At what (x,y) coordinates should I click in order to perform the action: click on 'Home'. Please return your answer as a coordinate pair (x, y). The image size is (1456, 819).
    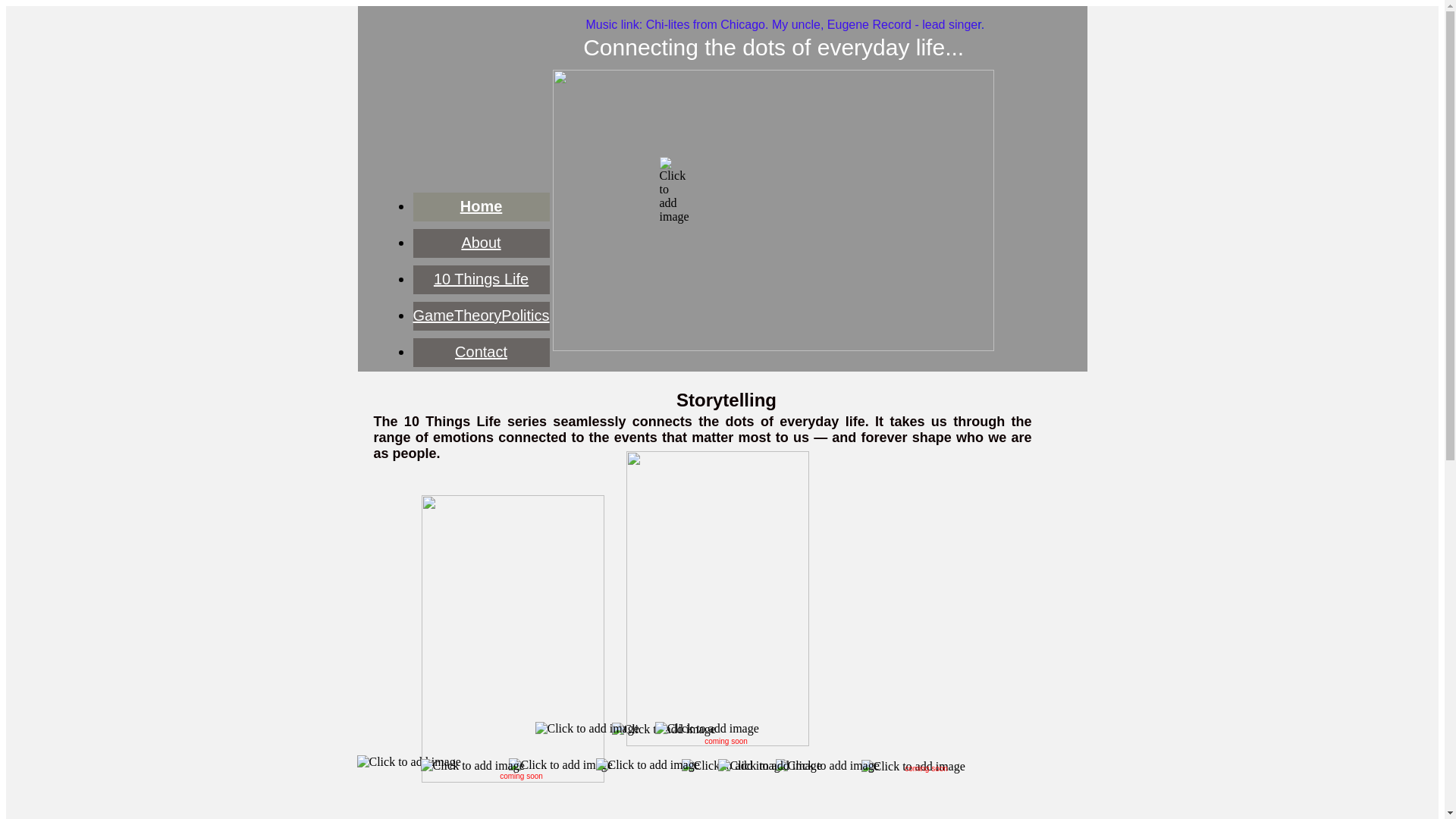
    Looking at the image, I should click on (480, 206).